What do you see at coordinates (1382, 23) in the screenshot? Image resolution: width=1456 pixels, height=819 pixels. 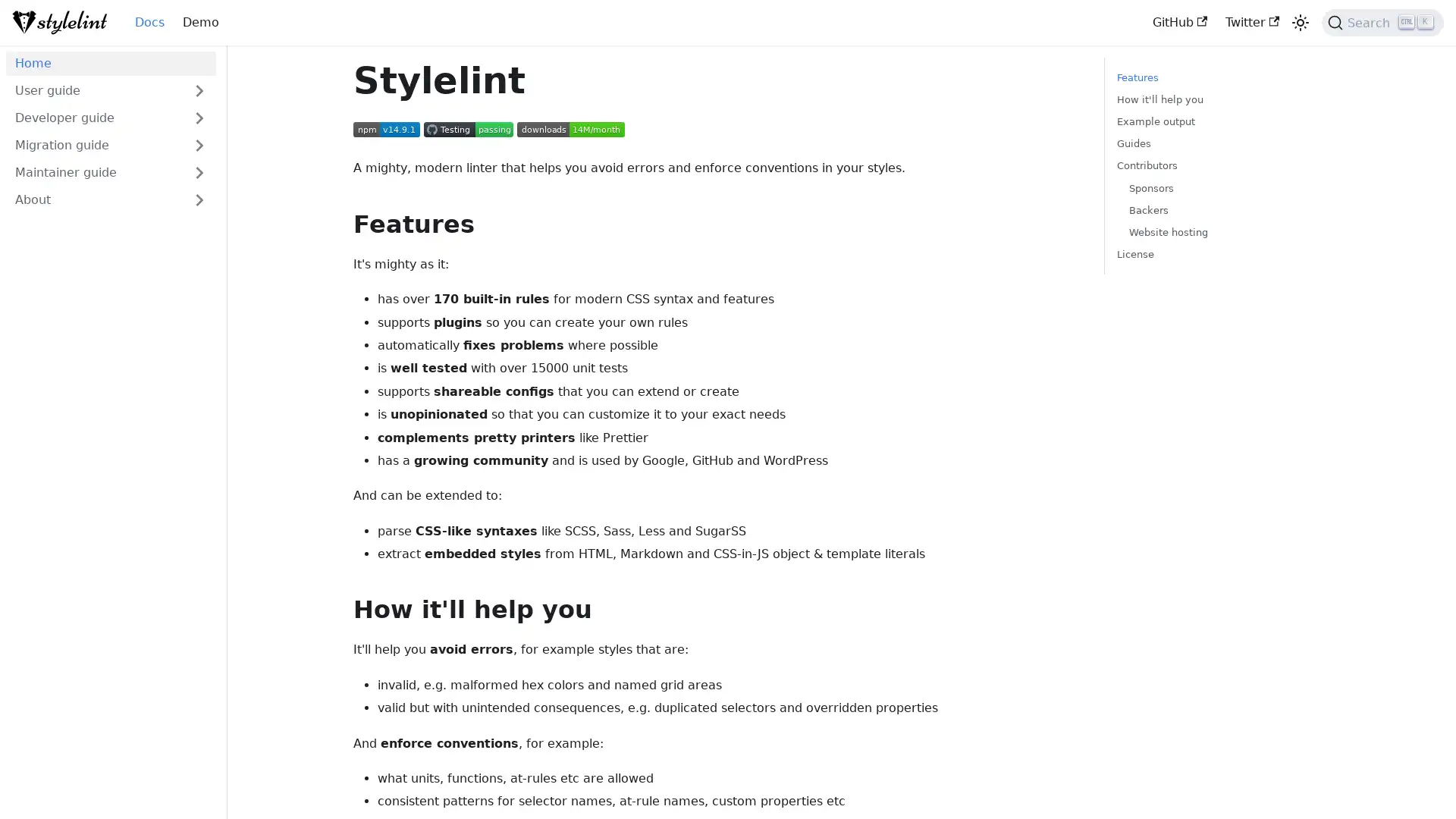 I see `Search` at bounding box center [1382, 23].